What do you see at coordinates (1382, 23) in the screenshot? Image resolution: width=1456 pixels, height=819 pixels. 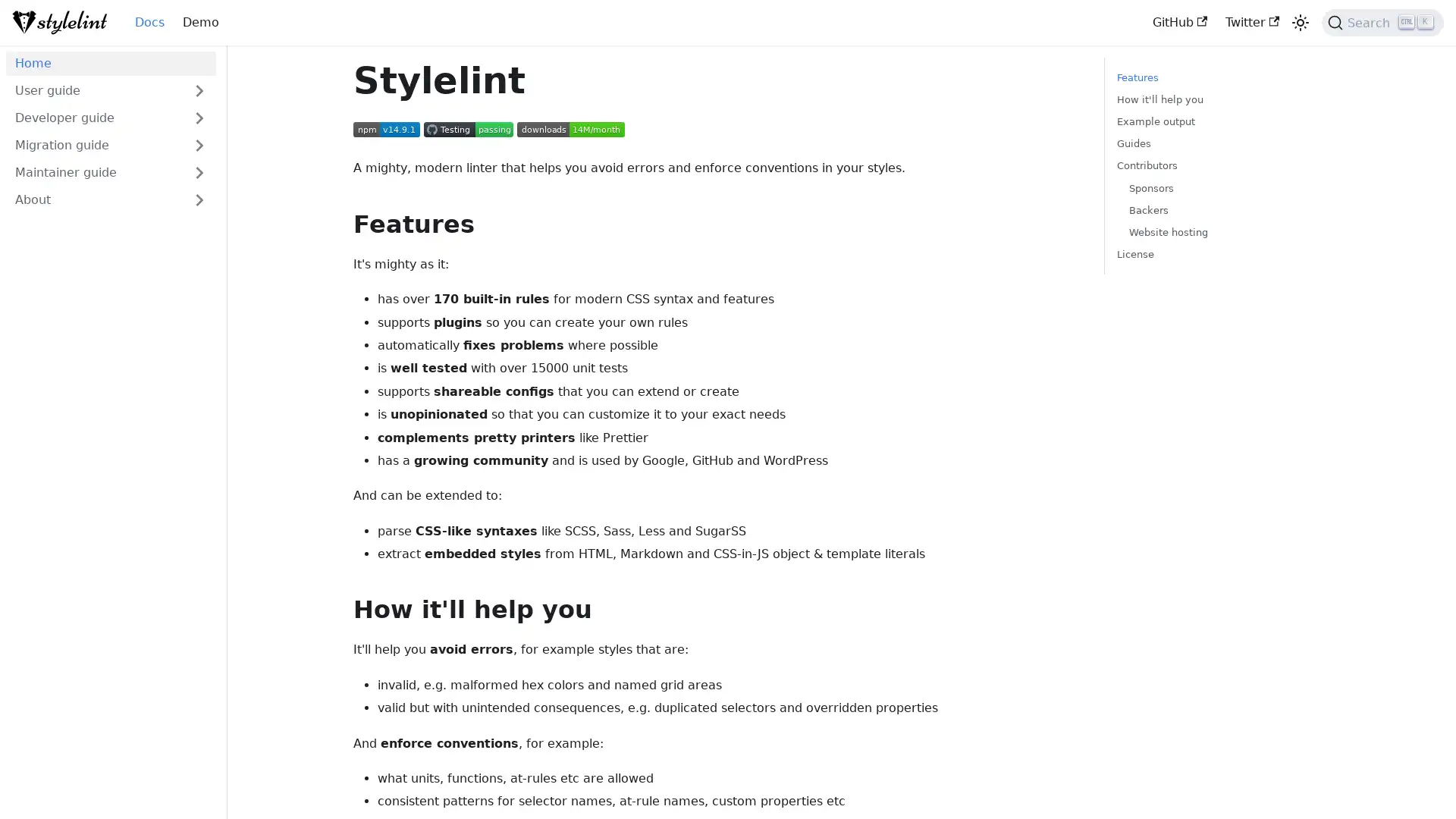 I see `Search` at bounding box center [1382, 23].